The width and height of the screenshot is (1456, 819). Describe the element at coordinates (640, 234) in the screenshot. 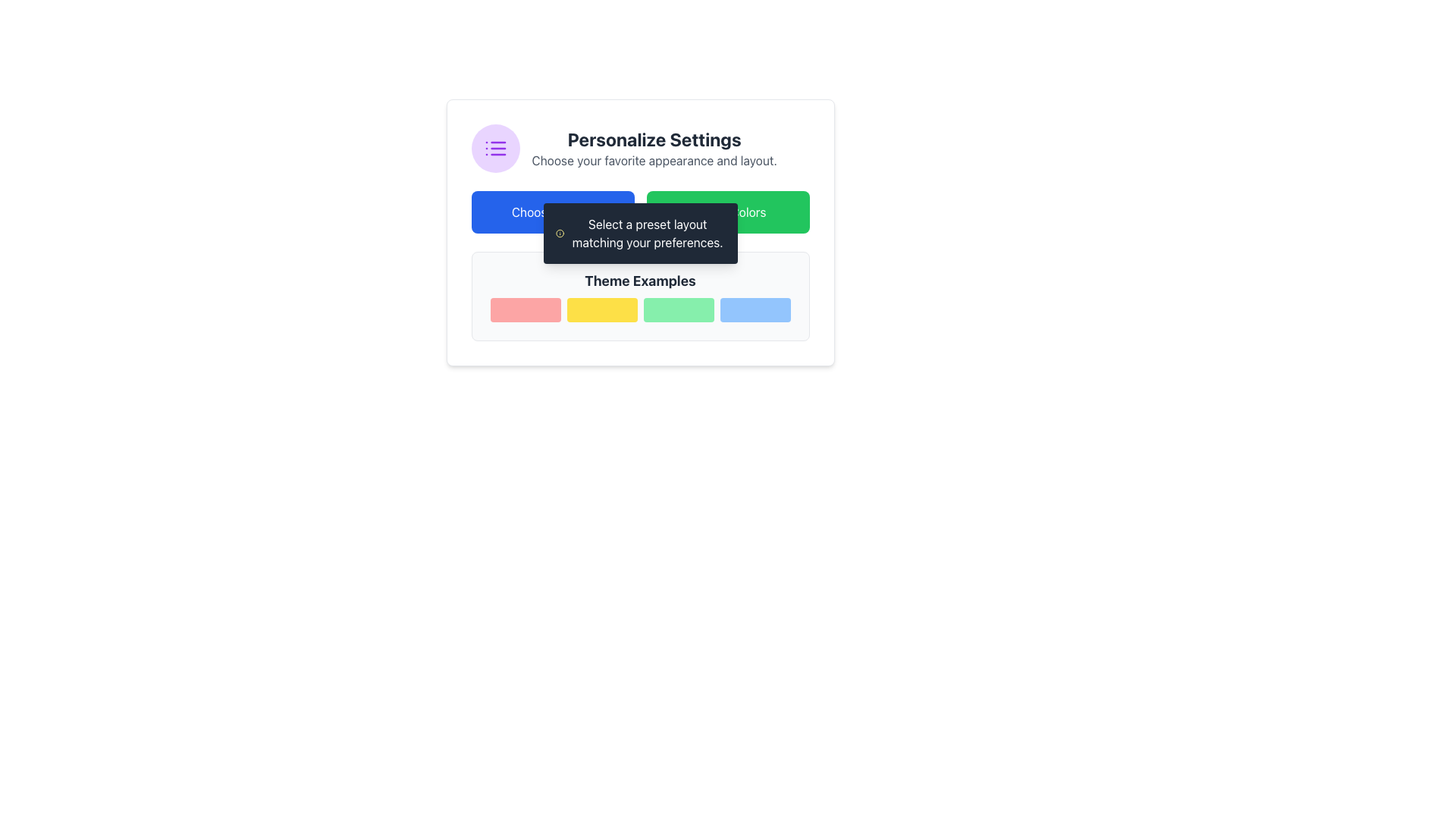

I see `the informational tooltip displaying 'Select a preset layout matching your preferences.'` at that location.